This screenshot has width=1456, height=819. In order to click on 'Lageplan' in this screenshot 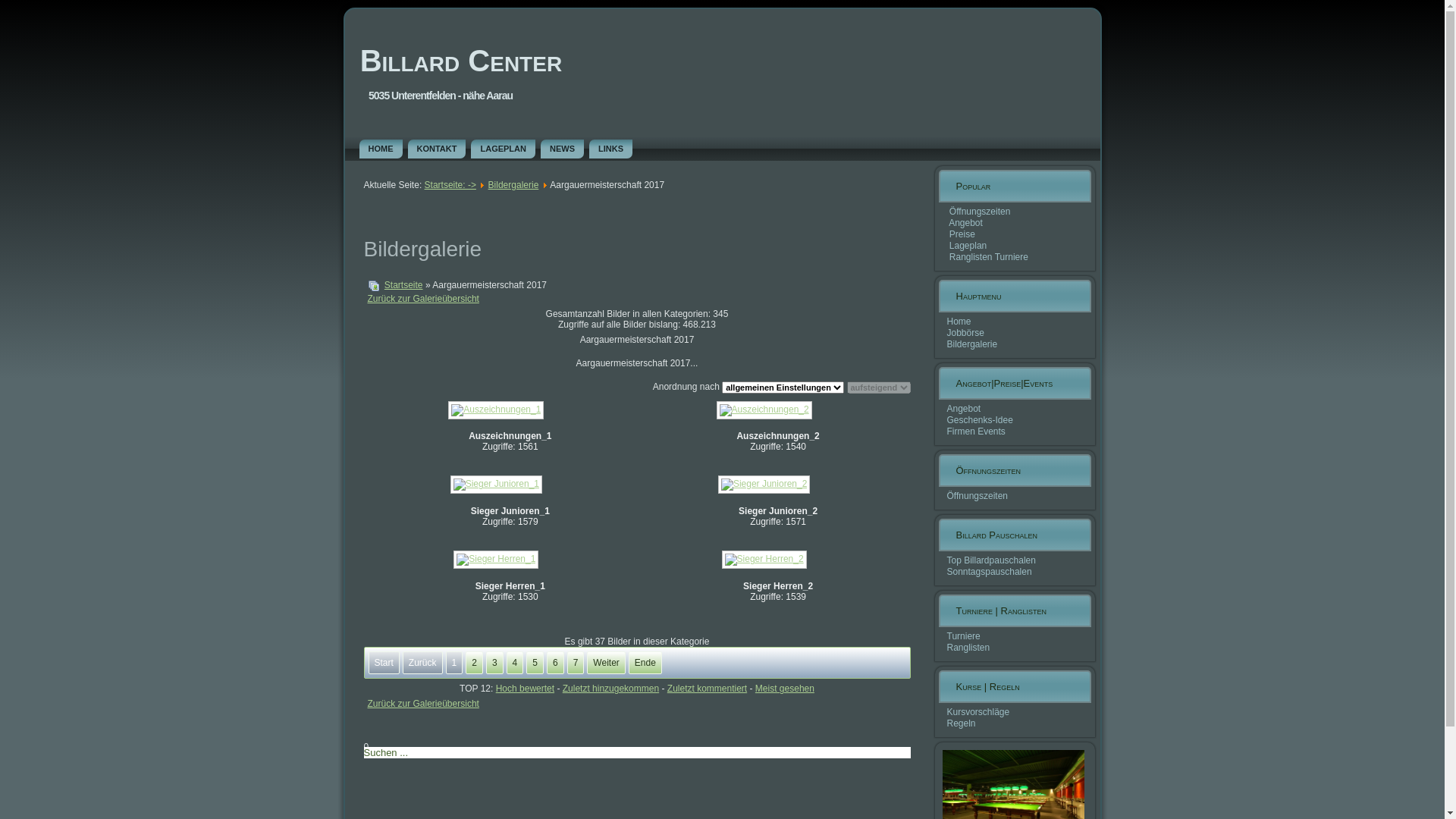, I will do `click(949, 245)`.